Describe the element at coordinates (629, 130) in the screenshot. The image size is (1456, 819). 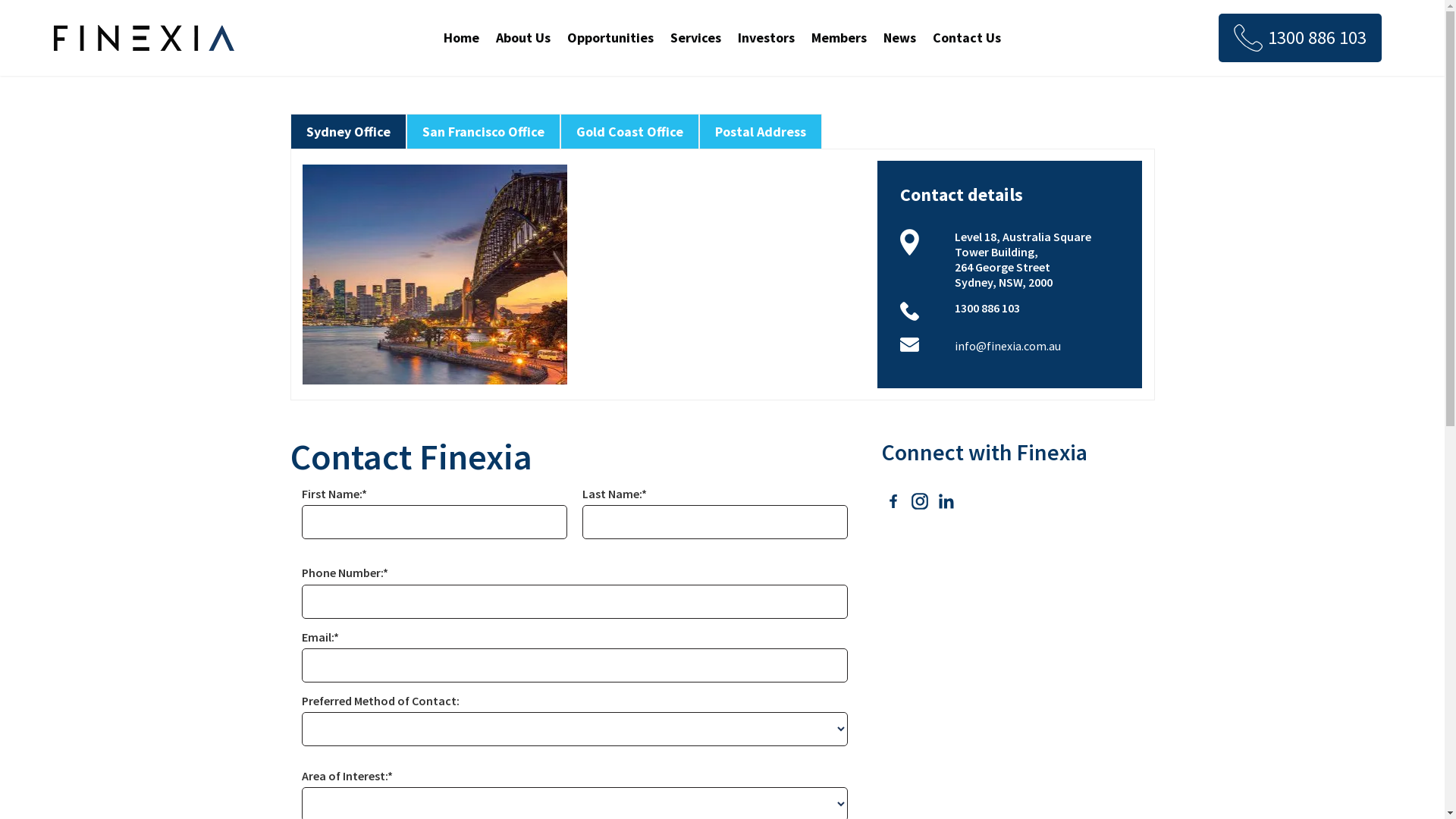
I see `'Gold Coast Office'` at that location.